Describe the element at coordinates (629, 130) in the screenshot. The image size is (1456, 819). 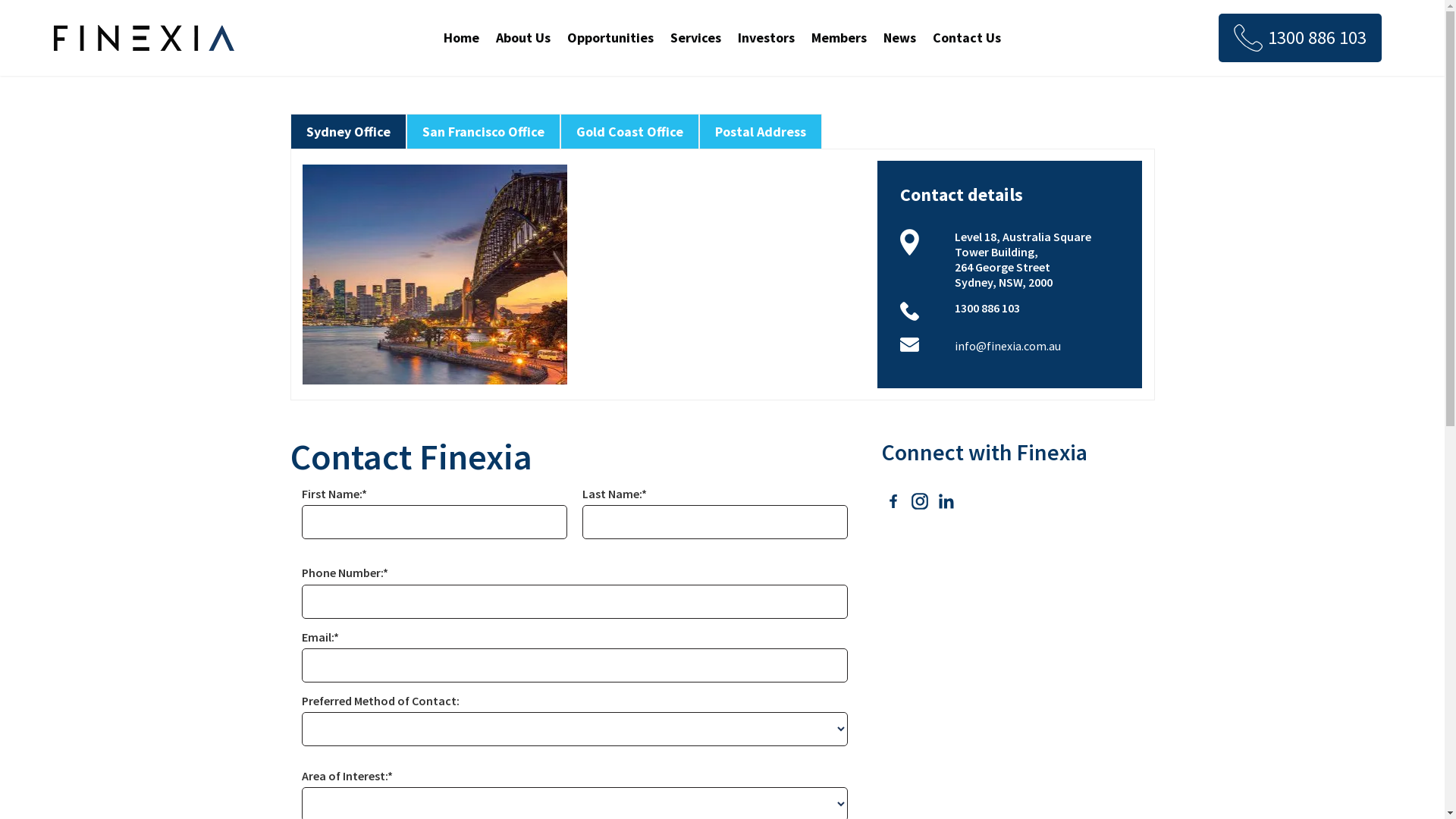
I see `'Gold Coast Office'` at that location.